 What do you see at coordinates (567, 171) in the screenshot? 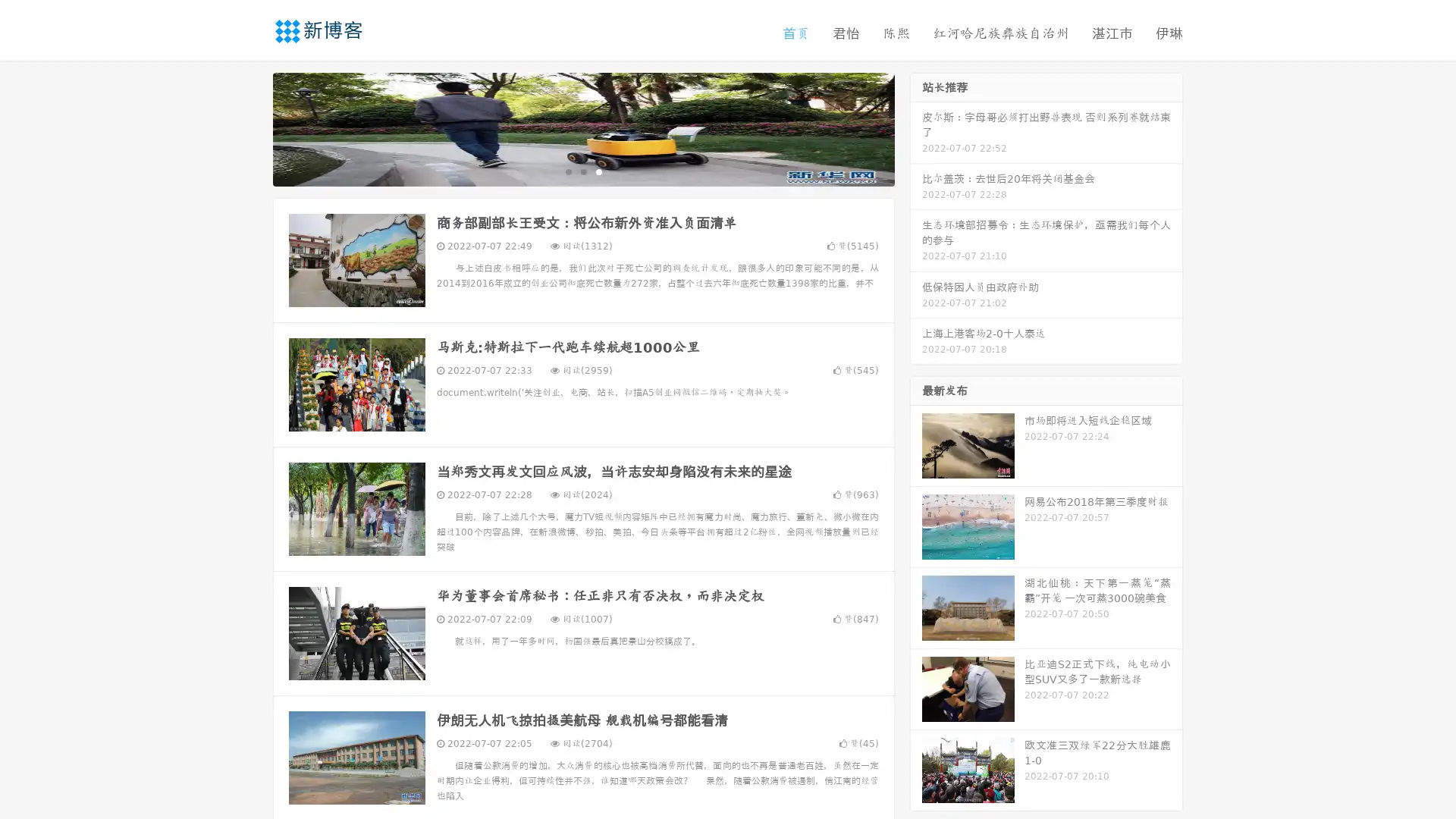
I see `Go to slide 1` at bounding box center [567, 171].